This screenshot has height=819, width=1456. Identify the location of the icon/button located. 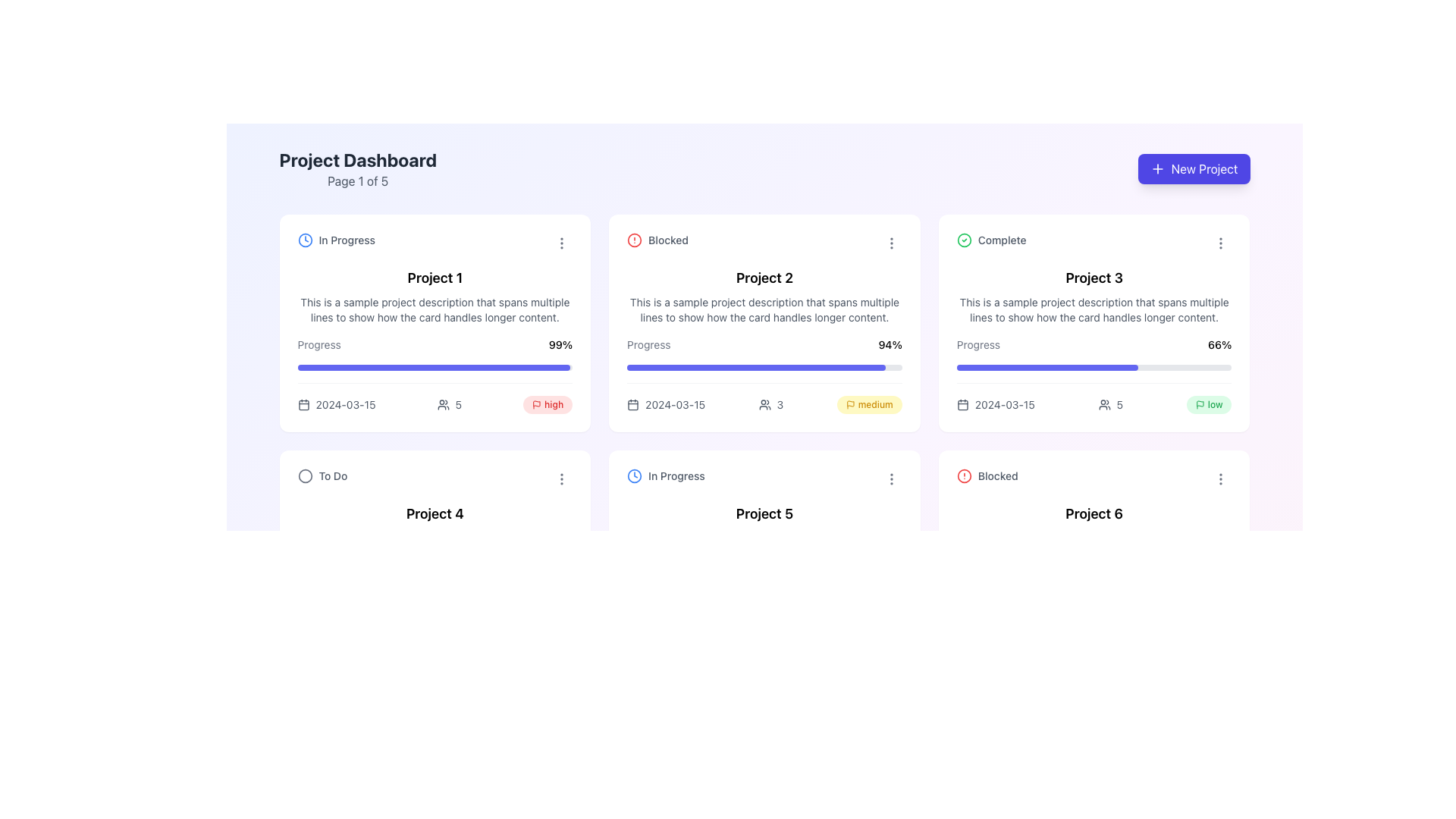
(561, 479).